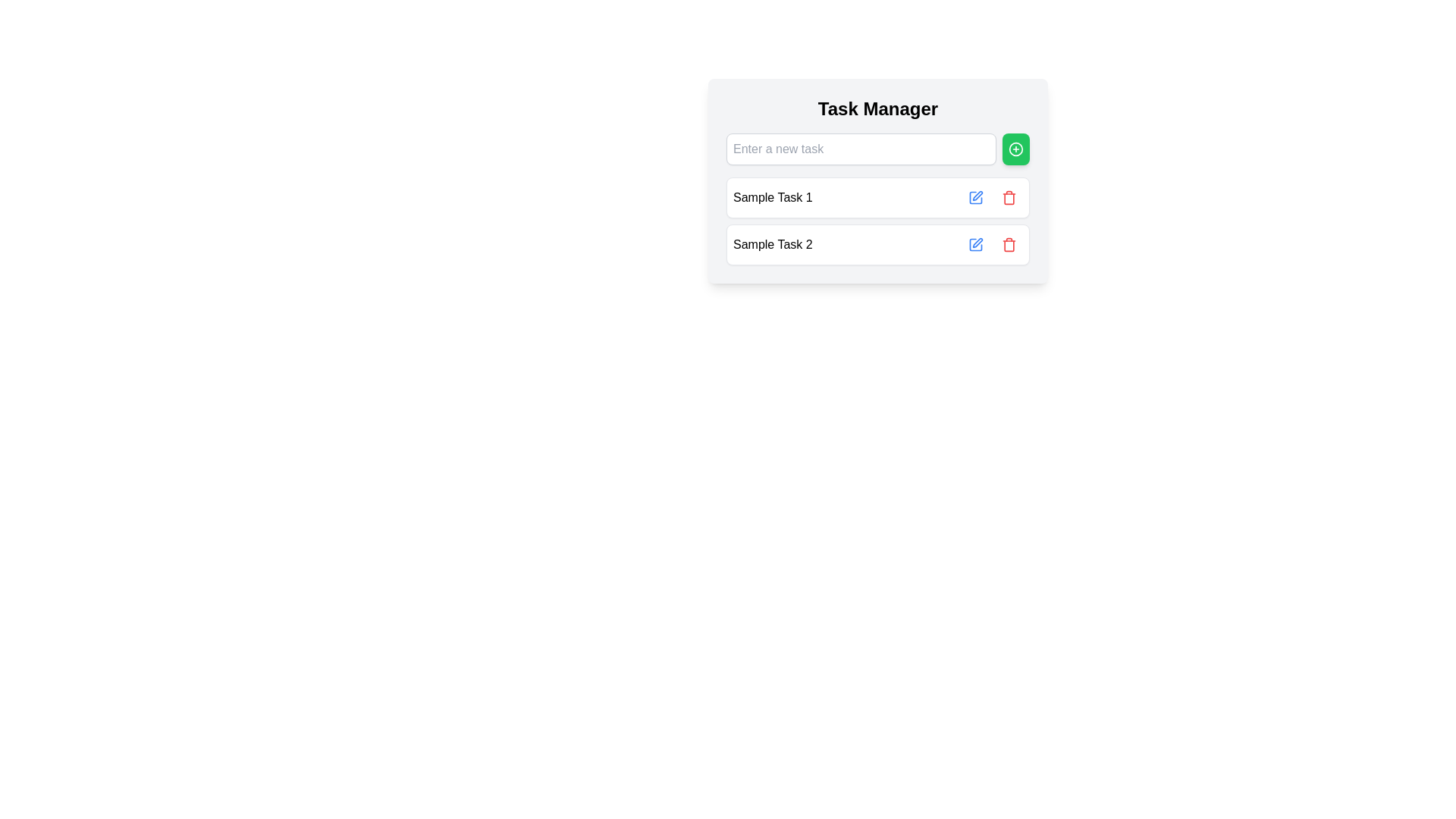  I want to click on the edit action icon located to the left of the red trash bin icon in the second row of the task list for 'Sample Task 2', so click(975, 244).